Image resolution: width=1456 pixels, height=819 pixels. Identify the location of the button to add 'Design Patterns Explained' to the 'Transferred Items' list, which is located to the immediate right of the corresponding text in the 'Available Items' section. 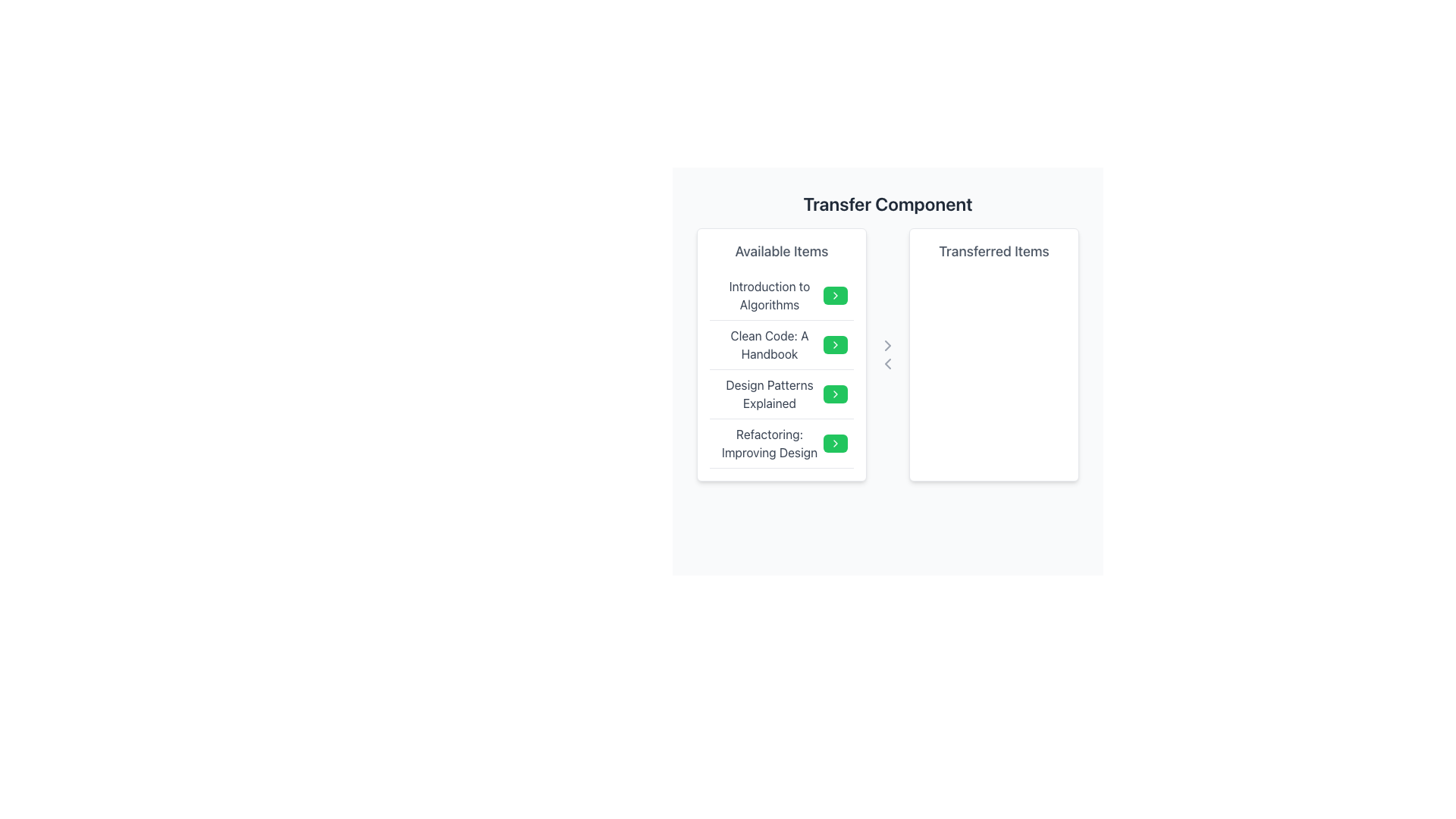
(835, 394).